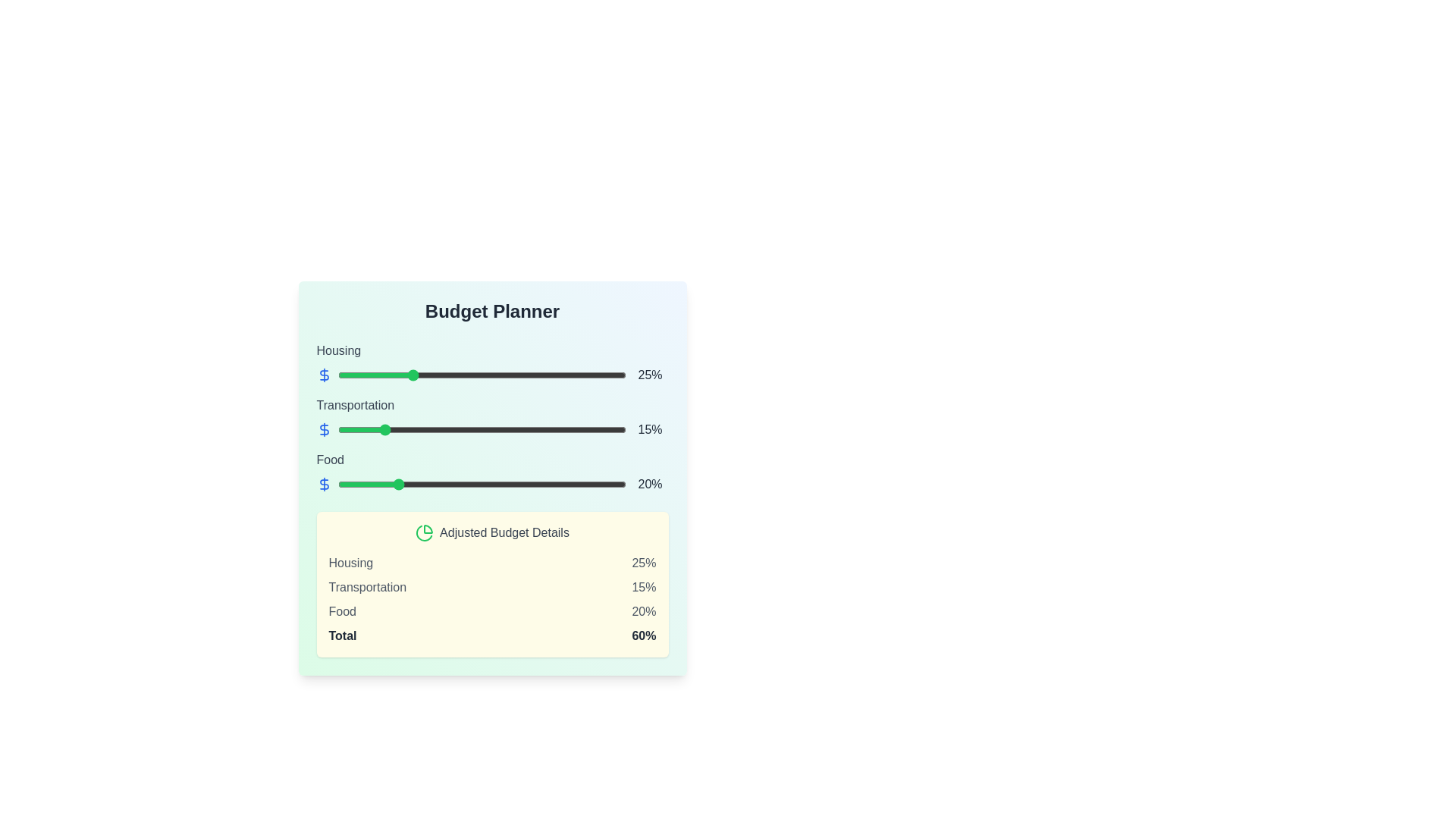  What do you see at coordinates (367, 587) in the screenshot?
I see `the static text label for the budget category 'Transportation', which displays the percentage '15%' and is located in the beige section under 'Adjusted Budget Details'` at bounding box center [367, 587].